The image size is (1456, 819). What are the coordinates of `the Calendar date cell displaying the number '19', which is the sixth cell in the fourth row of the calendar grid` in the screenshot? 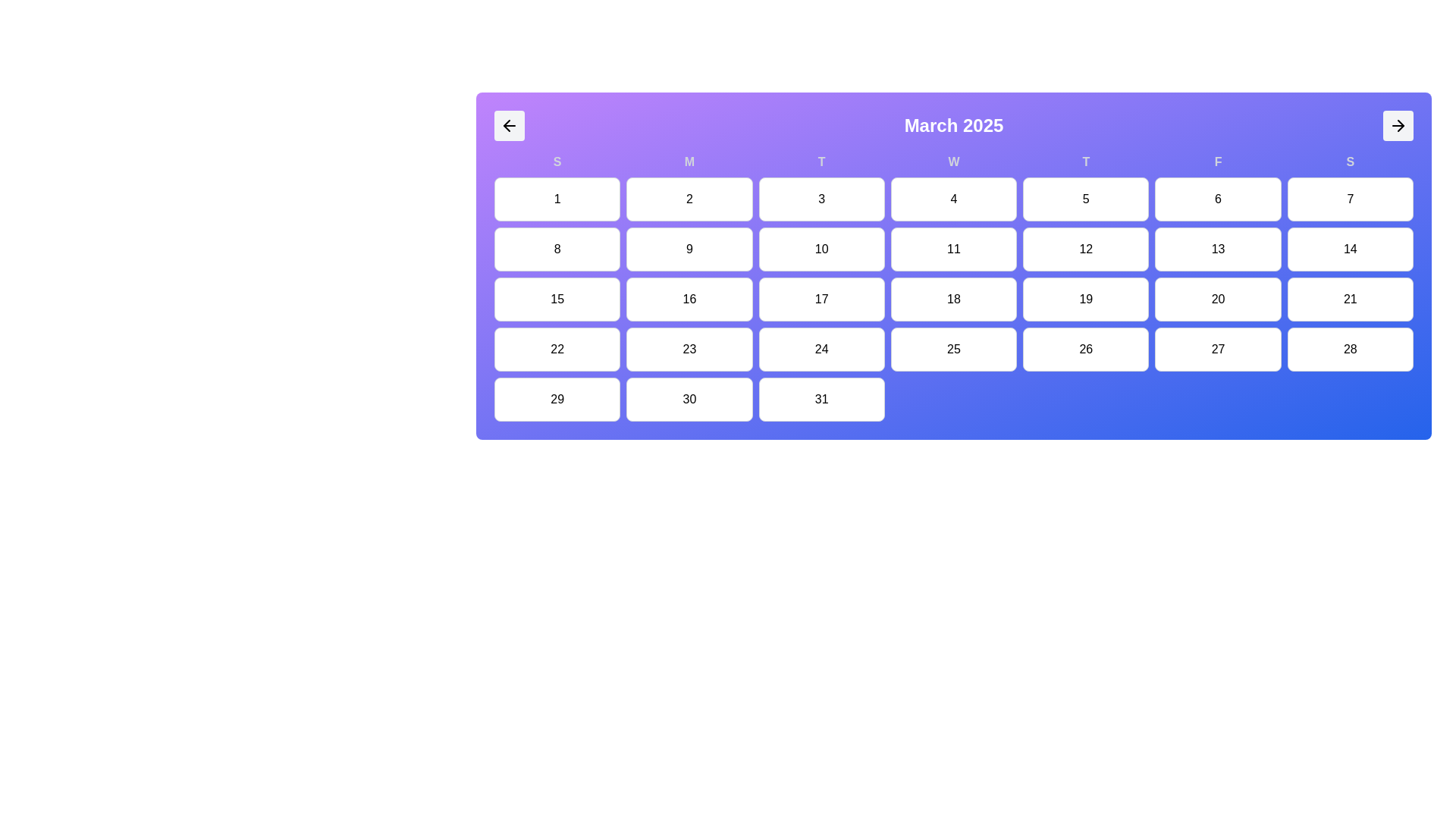 It's located at (1085, 299).